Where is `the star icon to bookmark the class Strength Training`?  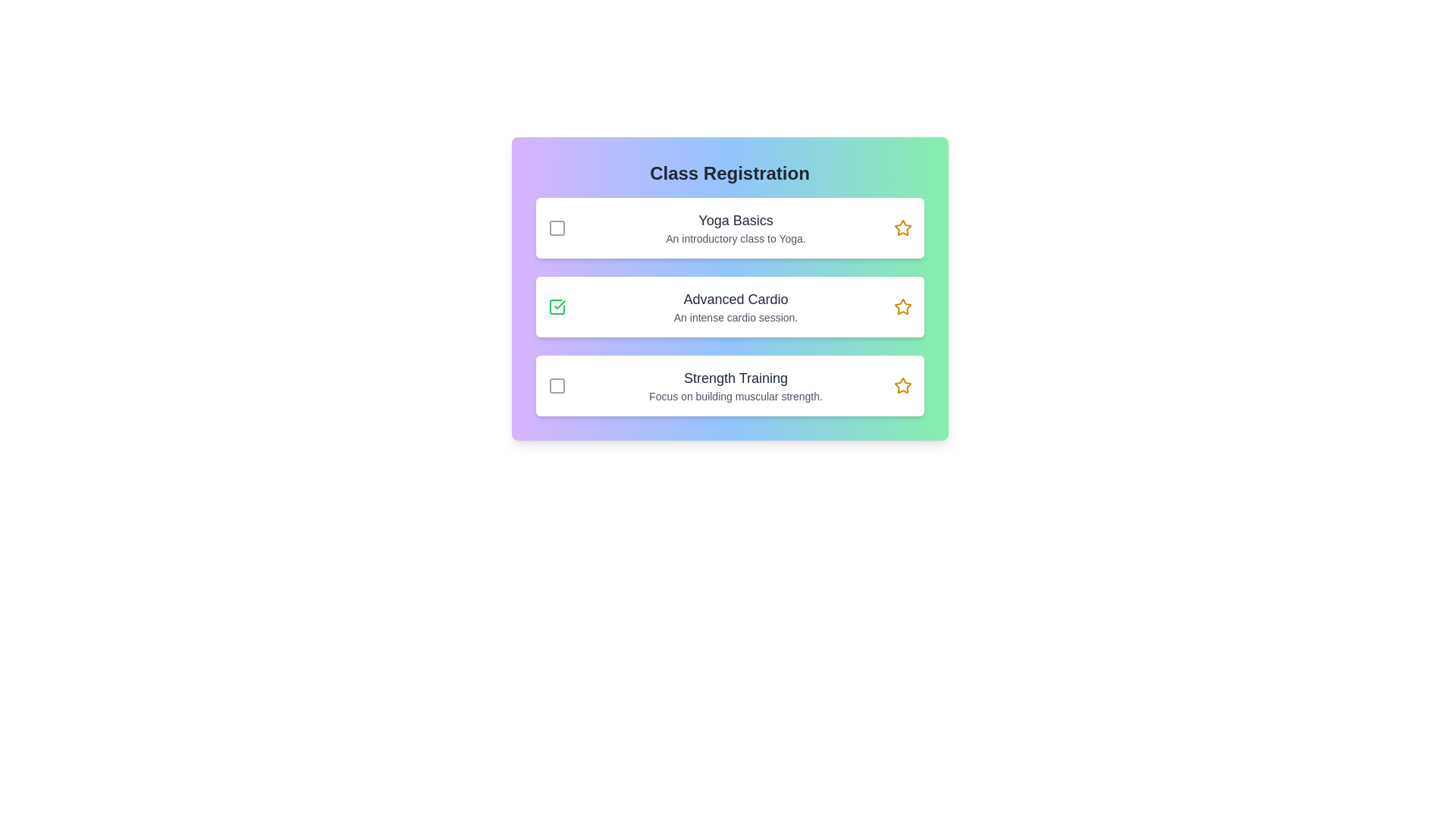 the star icon to bookmark the class Strength Training is located at coordinates (902, 385).